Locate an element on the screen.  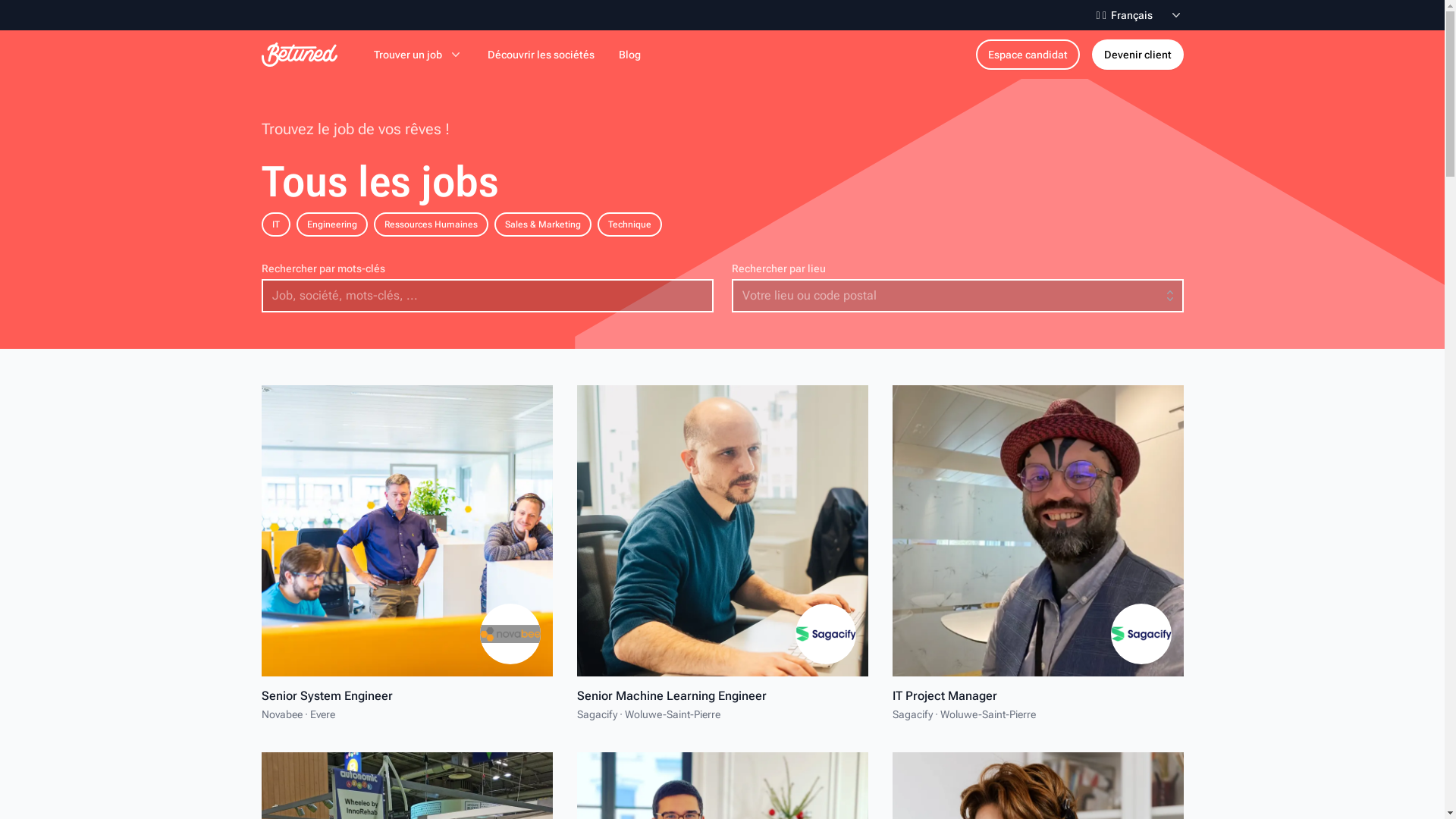
'Technique' is located at coordinates (596, 224).